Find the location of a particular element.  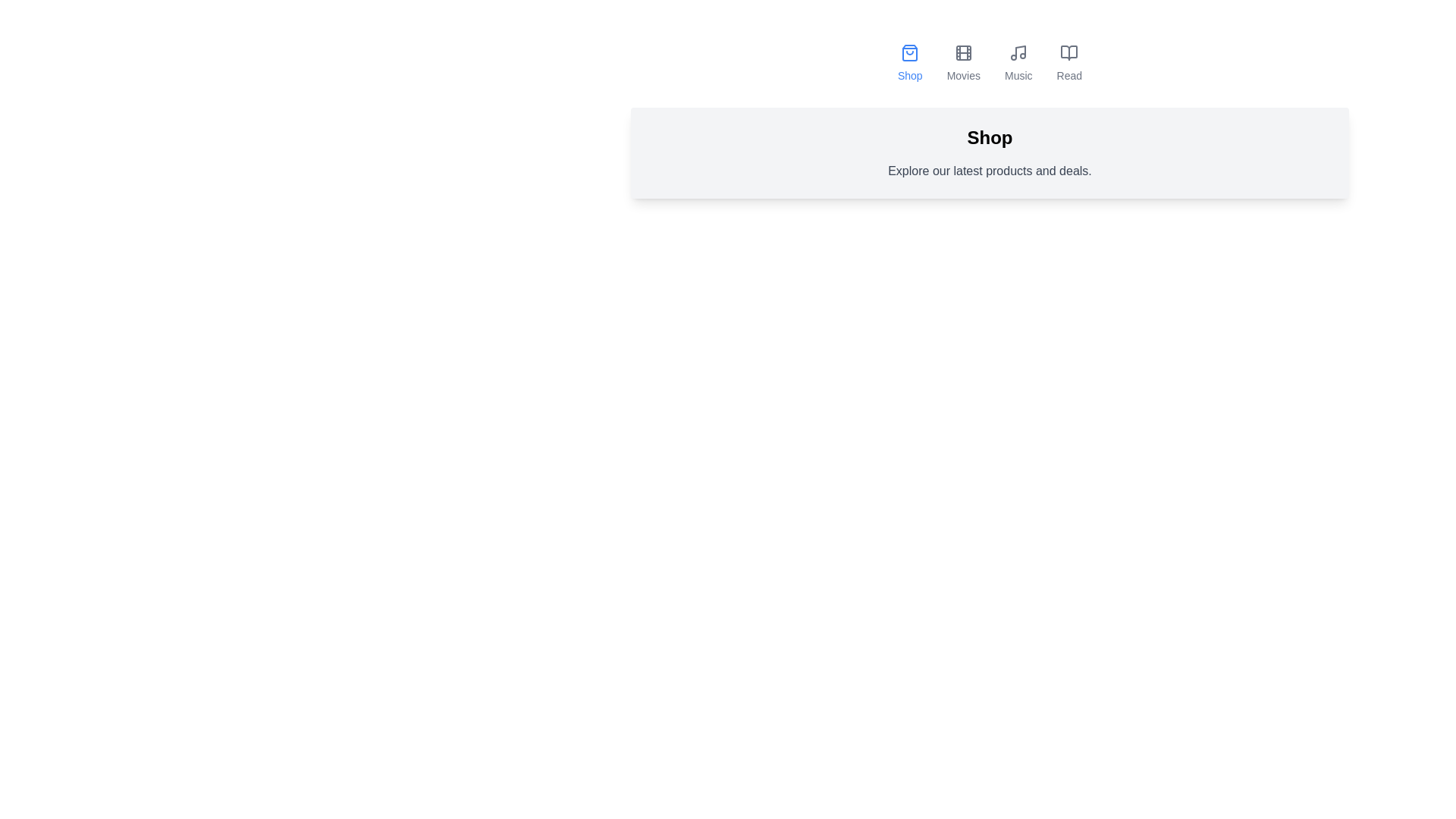

the tab labeled Movies to display its content is located at coordinates (962, 63).